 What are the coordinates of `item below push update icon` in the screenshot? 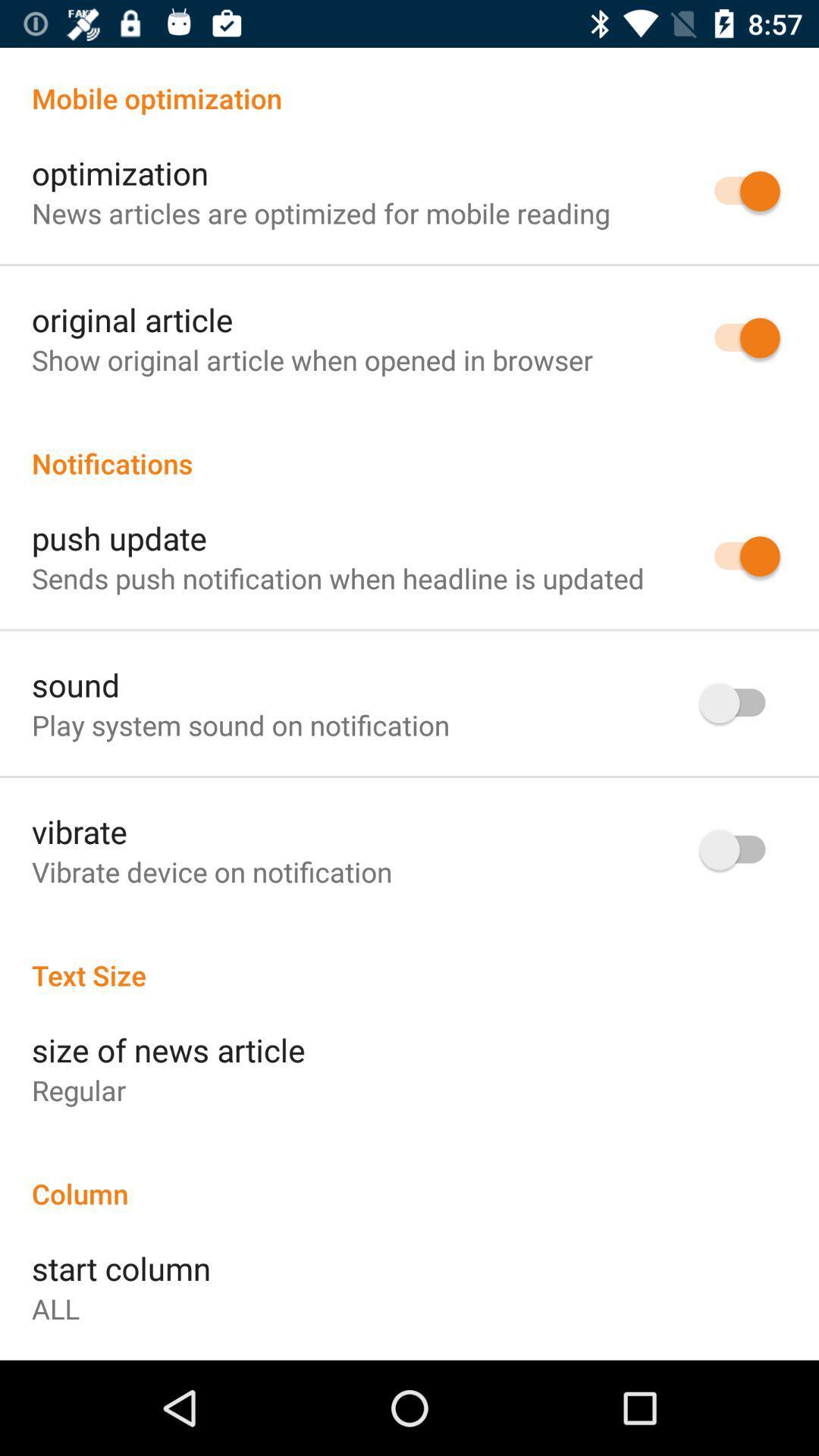 It's located at (337, 577).